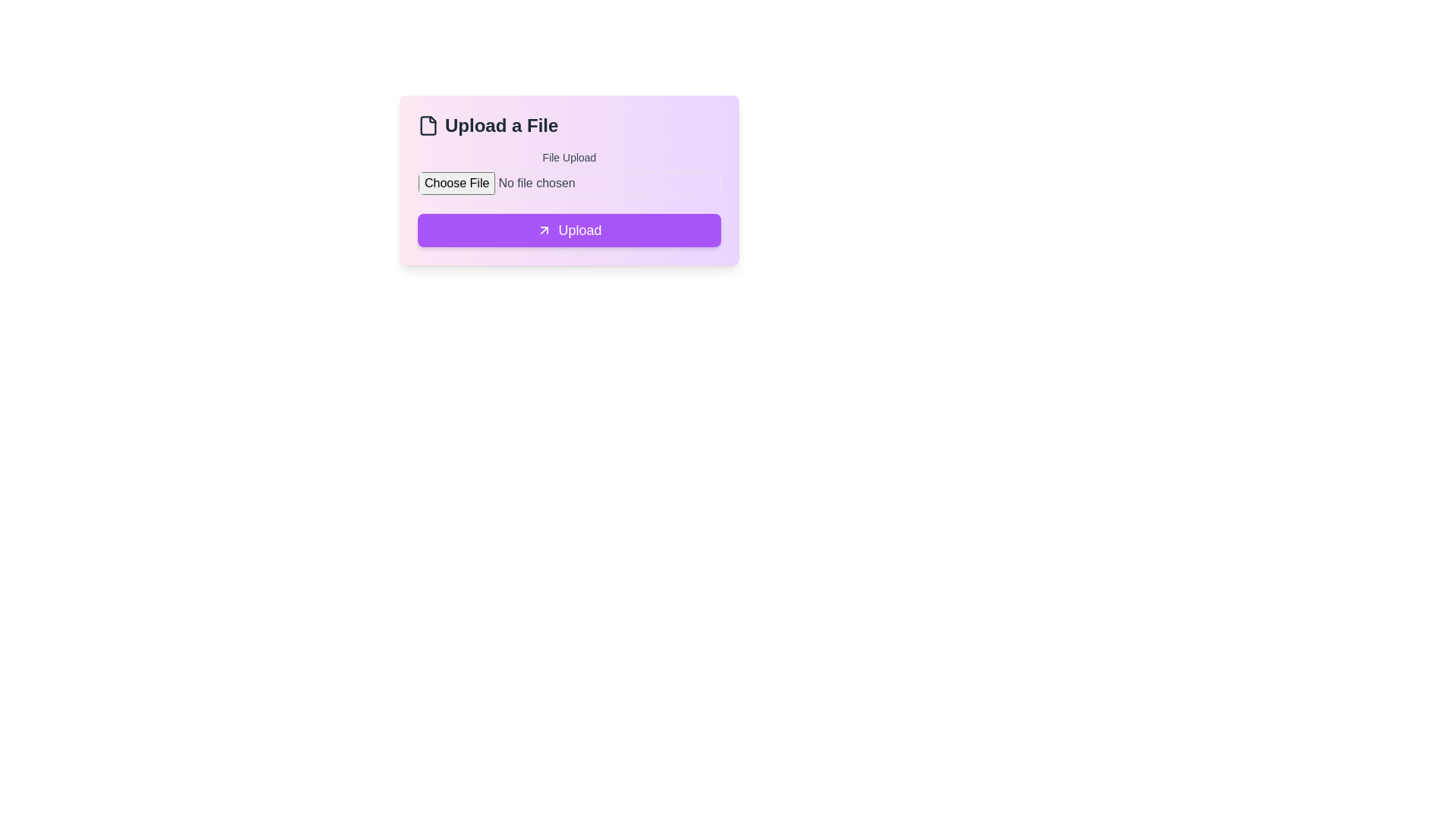 Image resolution: width=1456 pixels, height=819 pixels. What do you see at coordinates (568, 231) in the screenshot?
I see `the 'Upload' button with a purple background and white text` at bounding box center [568, 231].